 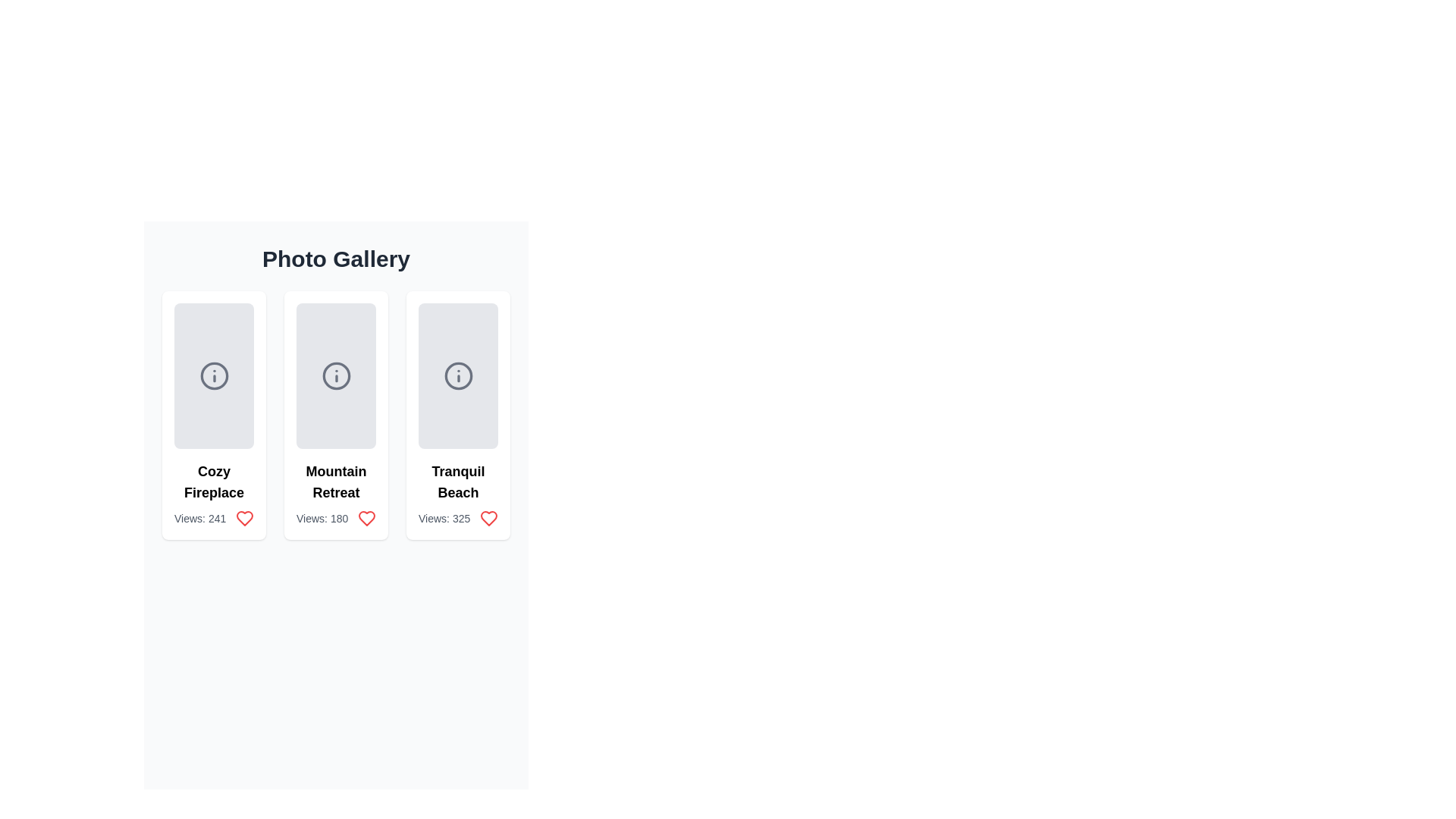 What do you see at coordinates (457, 375) in the screenshot?
I see `the informational icon centered in the 'Tranquil Beach' card, which is the third card in the horizontal series` at bounding box center [457, 375].